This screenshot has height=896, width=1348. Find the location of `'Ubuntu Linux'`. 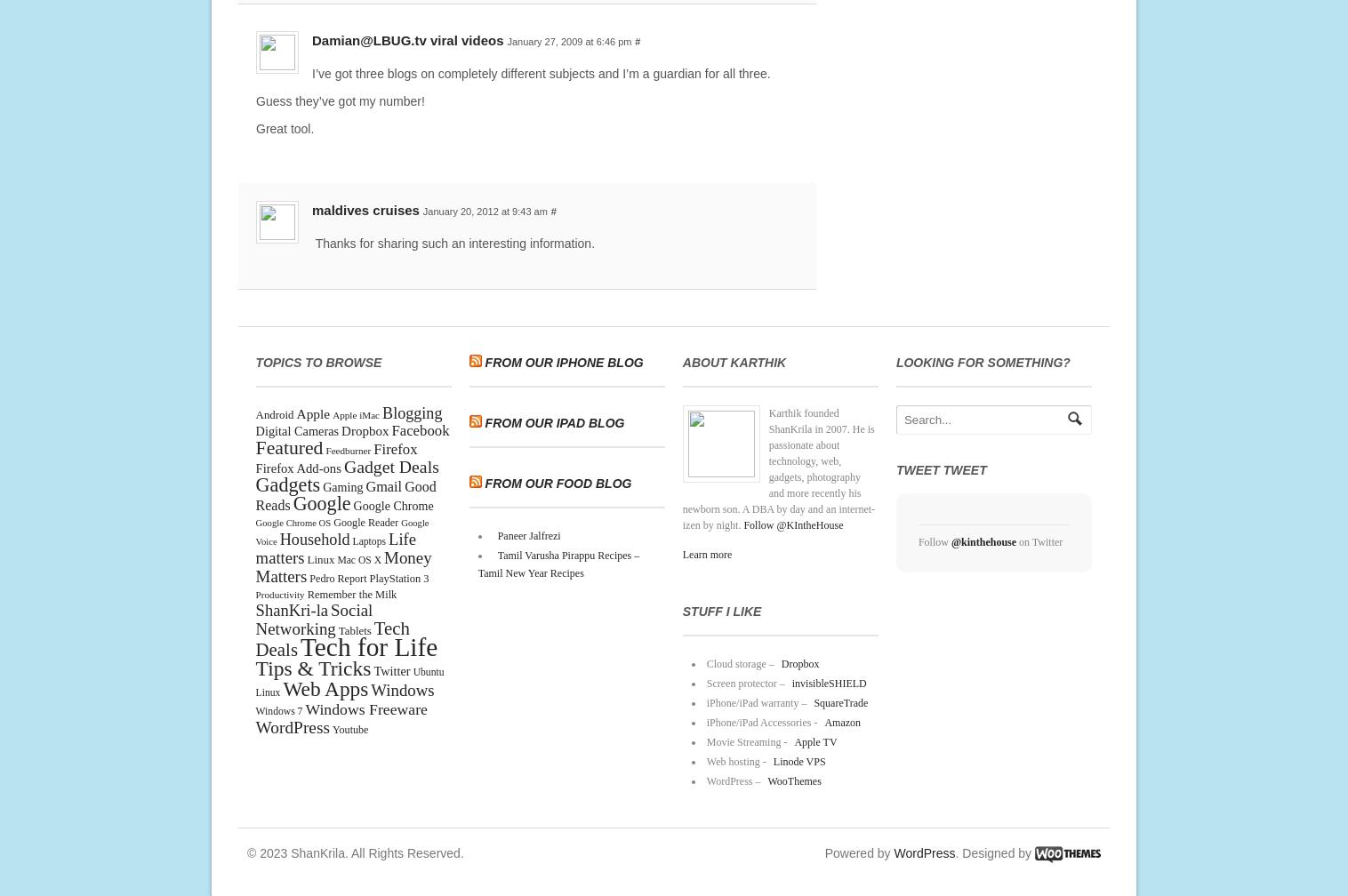

'Ubuntu Linux' is located at coordinates (348, 681).